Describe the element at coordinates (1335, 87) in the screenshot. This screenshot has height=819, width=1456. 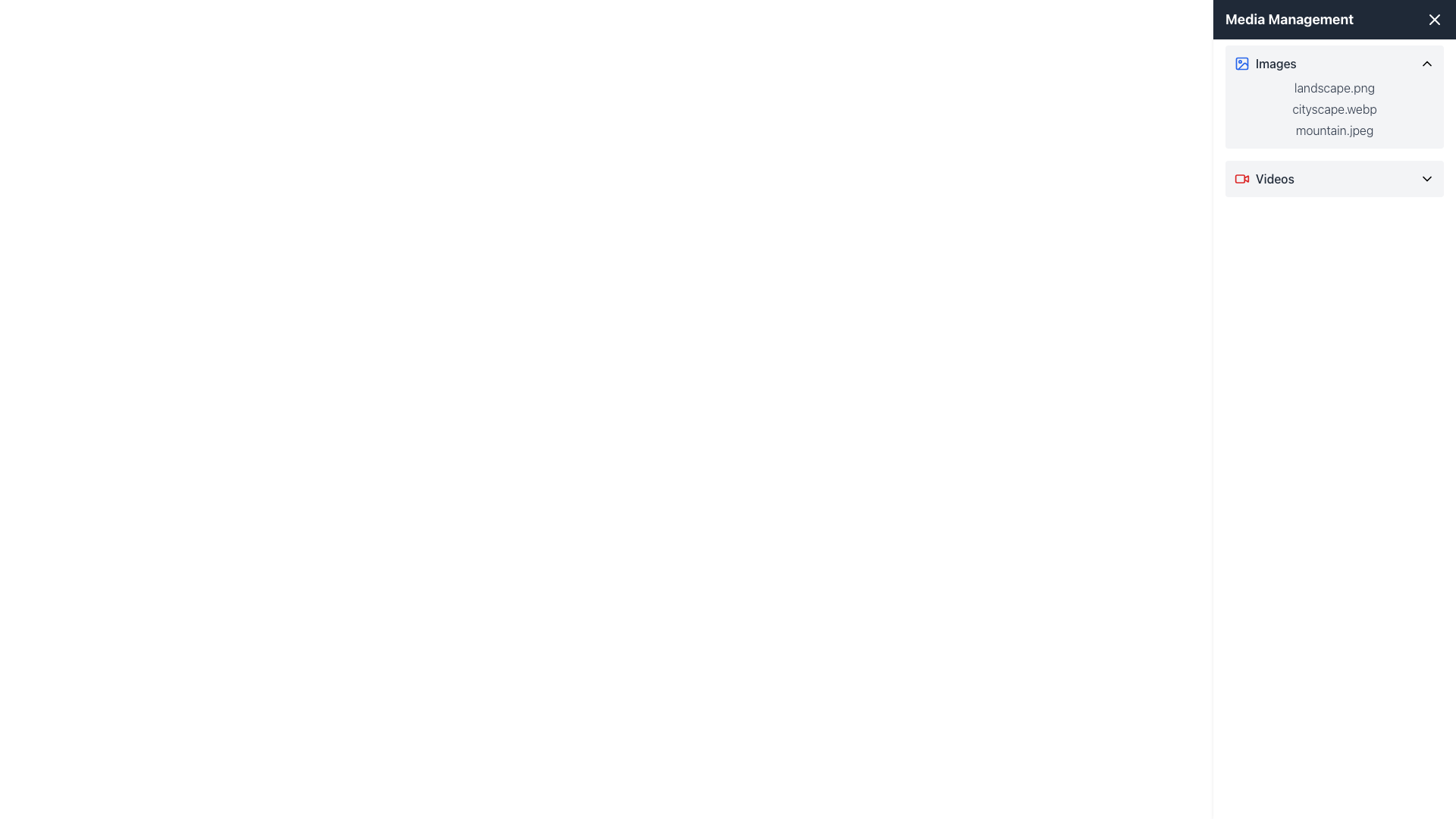
I see `on the text label identifying the file 'landscape.png' in the 'Images' section of the Media Management panel` at that location.